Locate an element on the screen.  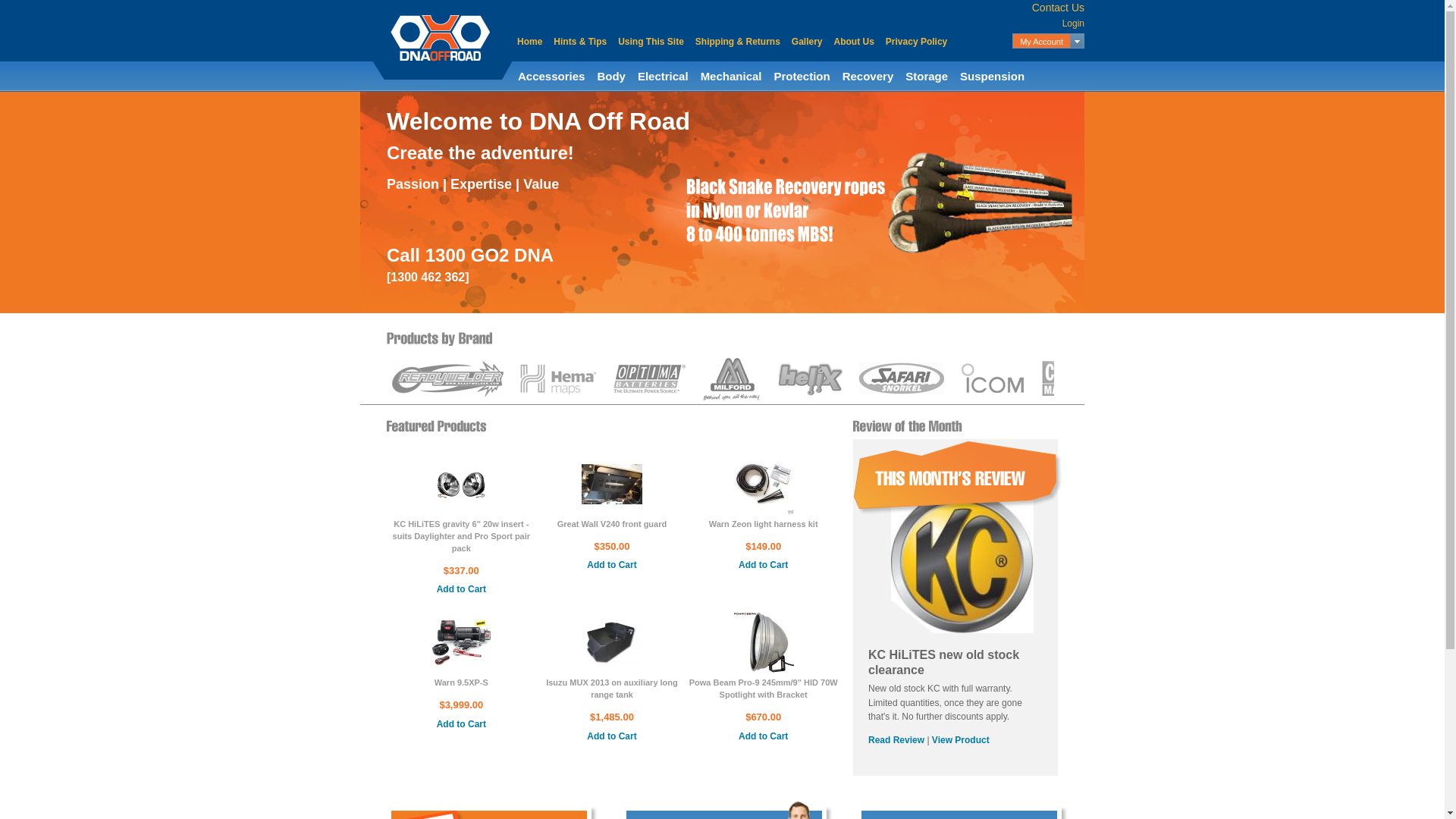
'Hints & Tips' is located at coordinates (552, 40).